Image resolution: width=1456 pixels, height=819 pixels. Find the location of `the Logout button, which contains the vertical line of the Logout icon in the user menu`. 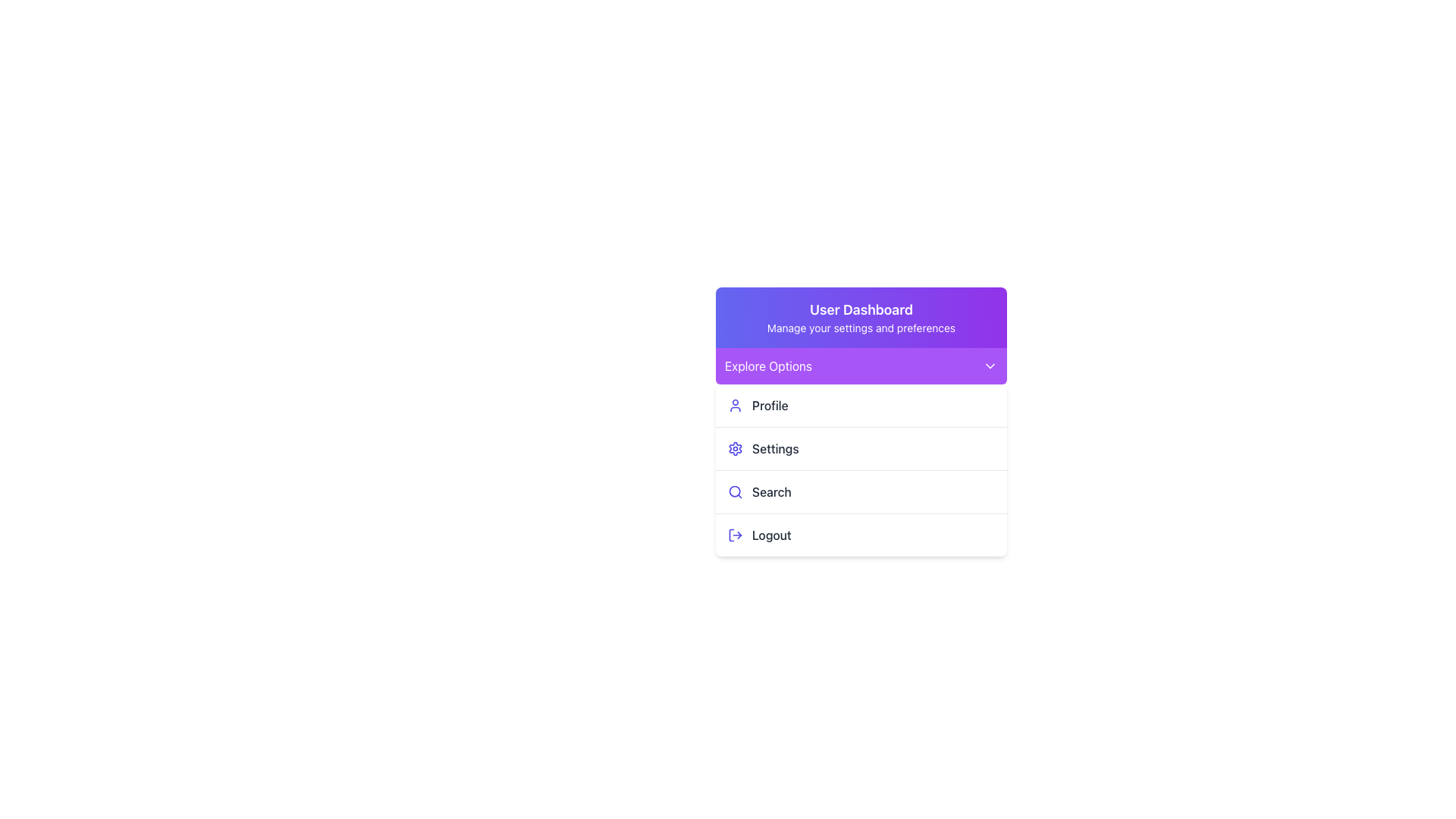

the Logout button, which contains the vertical line of the Logout icon in the user menu is located at coordinates (731, 534).